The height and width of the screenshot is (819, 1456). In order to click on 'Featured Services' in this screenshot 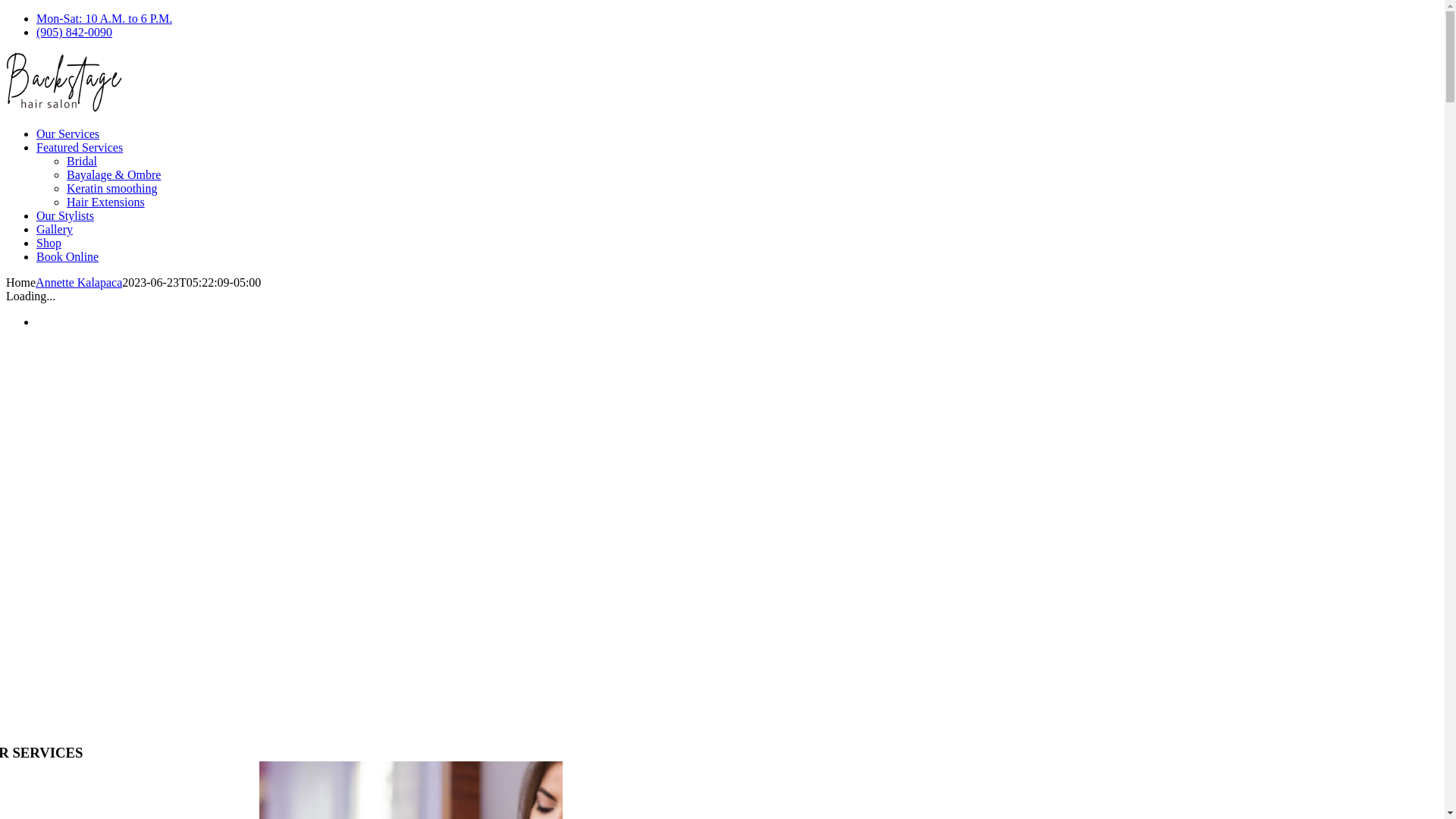, I will do `click(36, 147)`.